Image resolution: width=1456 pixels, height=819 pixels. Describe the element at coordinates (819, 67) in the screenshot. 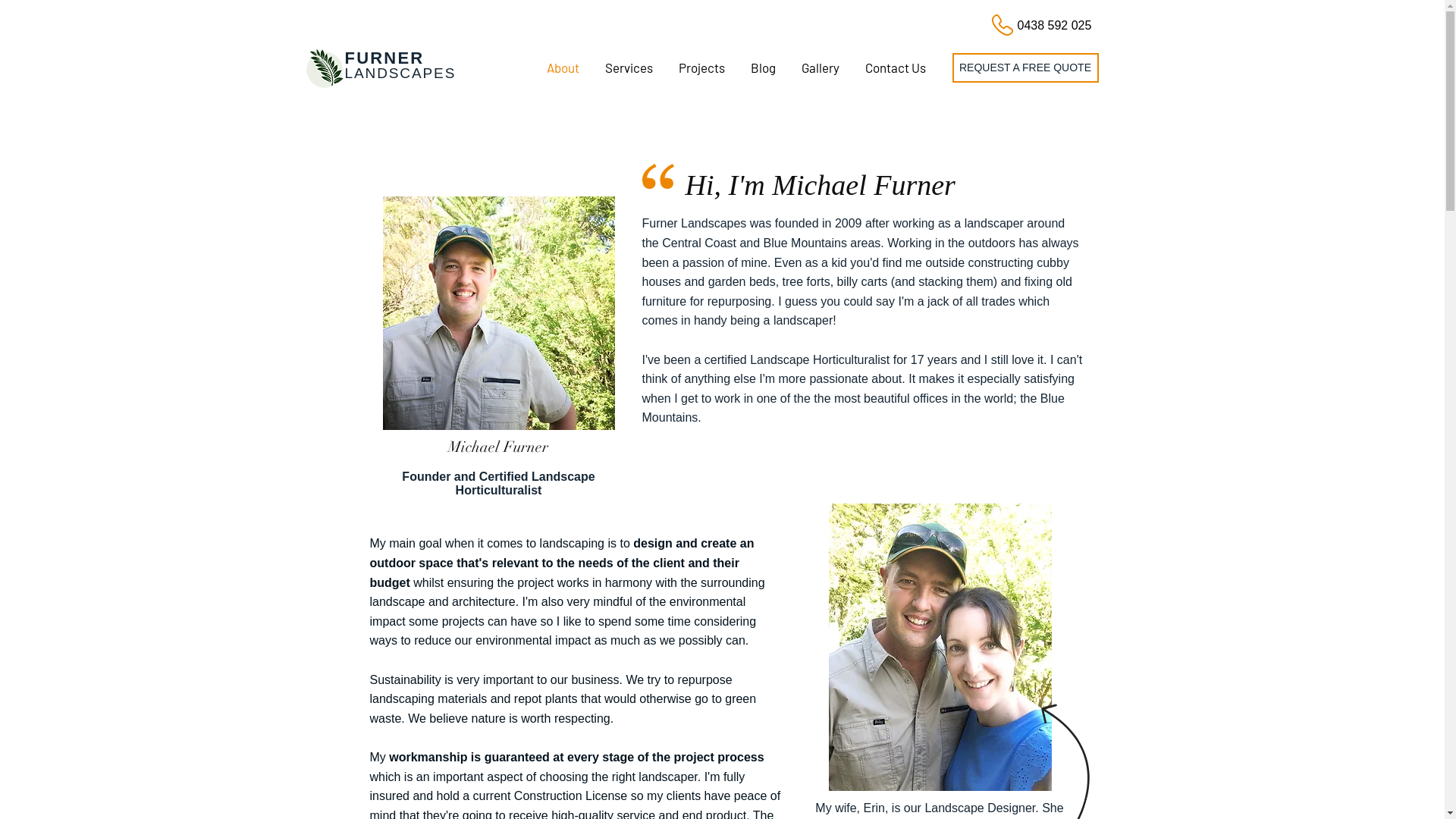

I see `'Gallery'` at that location.